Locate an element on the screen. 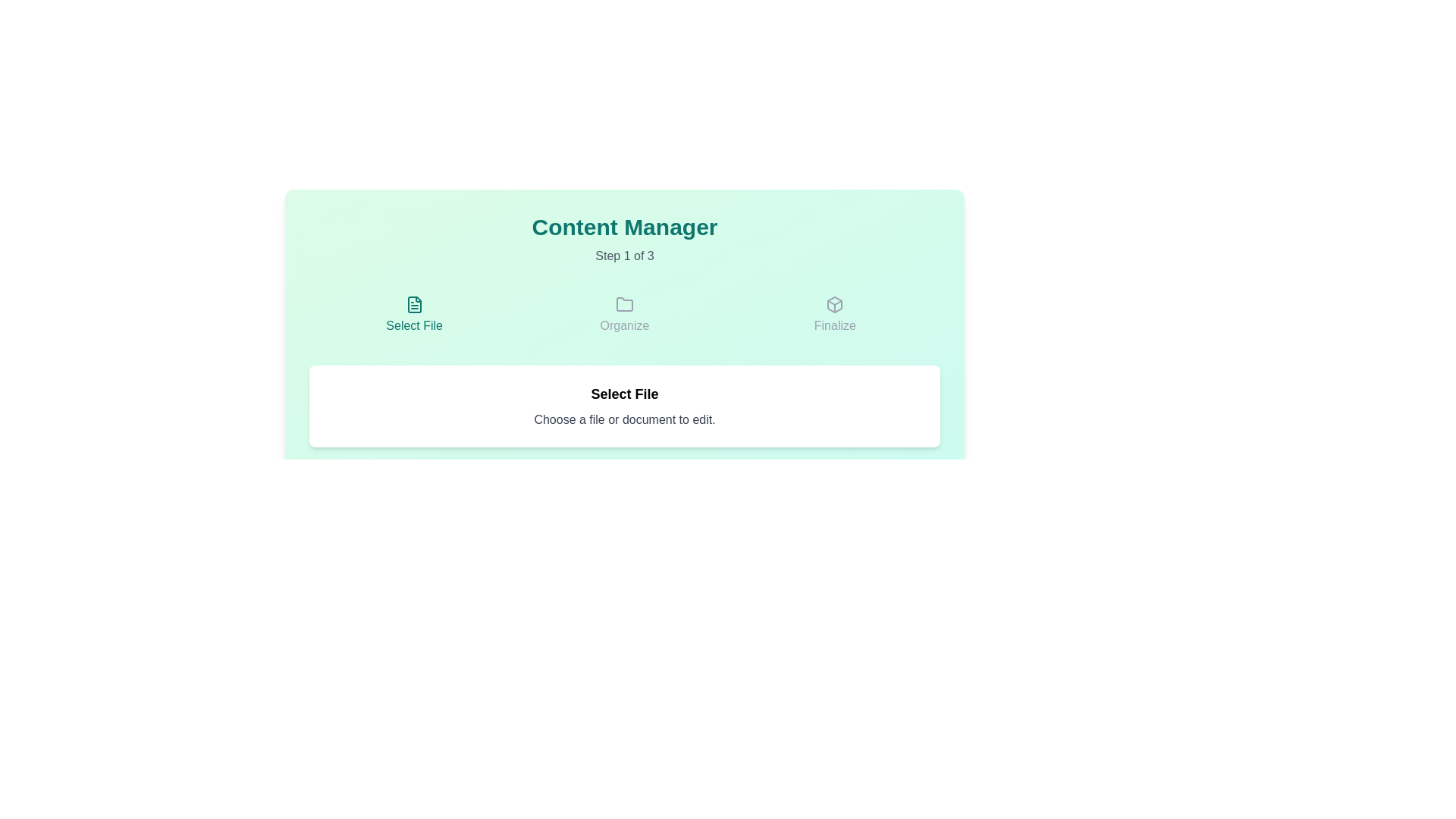  the 'Organize' navigation item in the Navigation Selector Panel, which is centrally located below the title 'Content Manager Step 1 of 3' is located at coordinates (625, 315).